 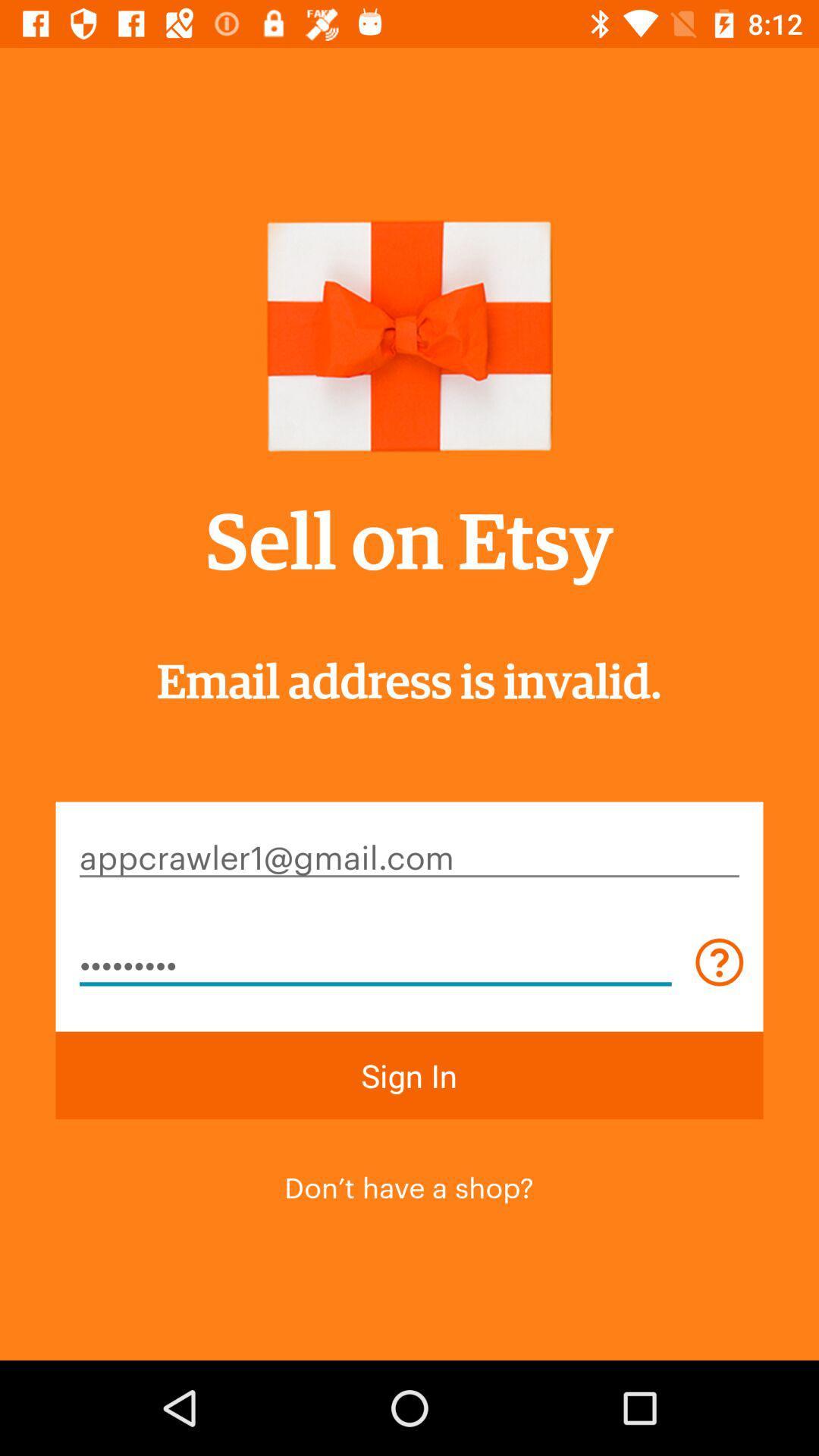 What do you see at coordinates (375, 961) in the screenshot?
I see `item below the appcrawler1@gmail.com icon` at bounding box center [375, 961].